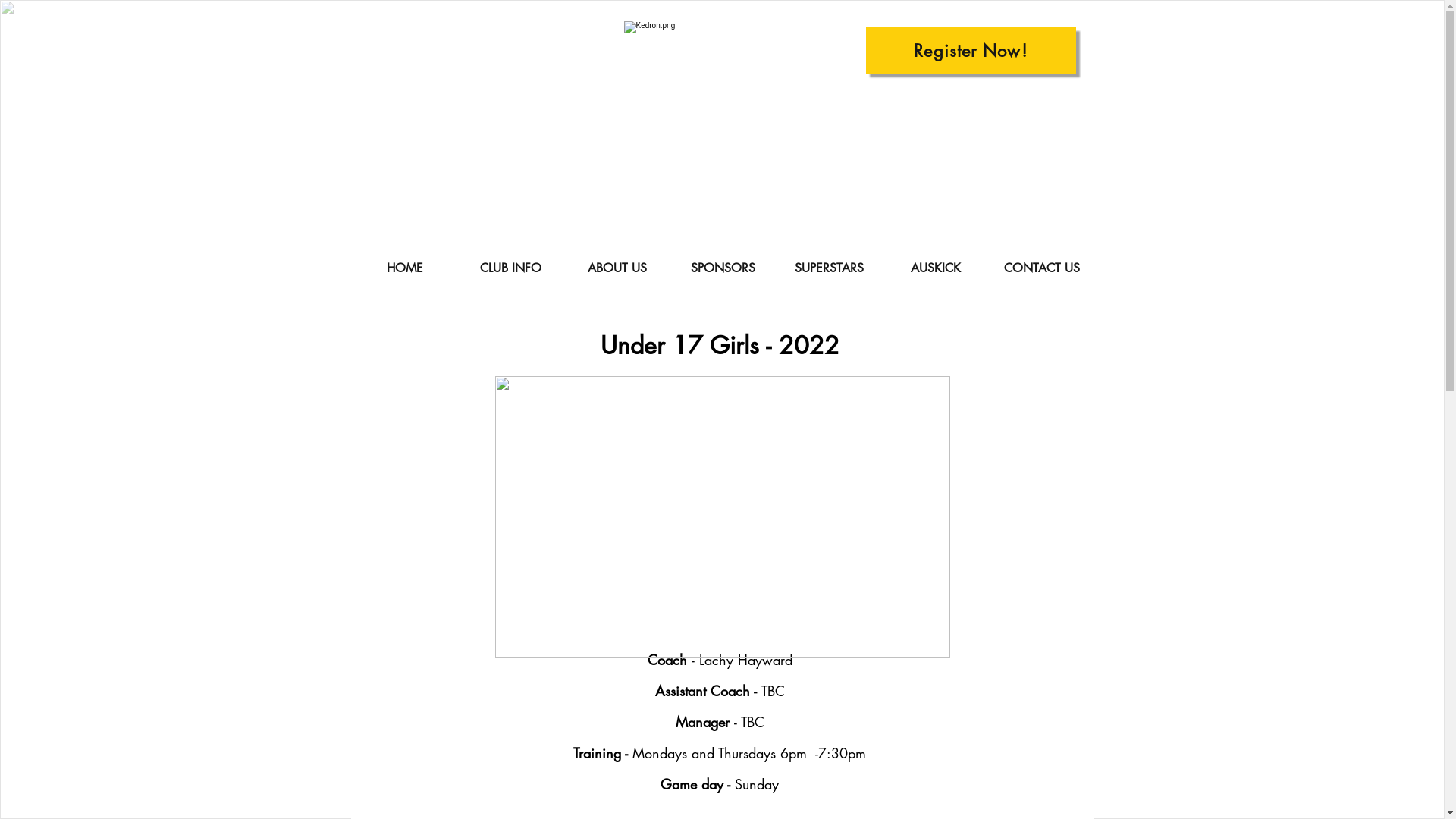 This screenshot has width=1456, height=819. Describe the element at coordinates (989, 268) in the screenshot. I see `'CONTACT US'` at that location.